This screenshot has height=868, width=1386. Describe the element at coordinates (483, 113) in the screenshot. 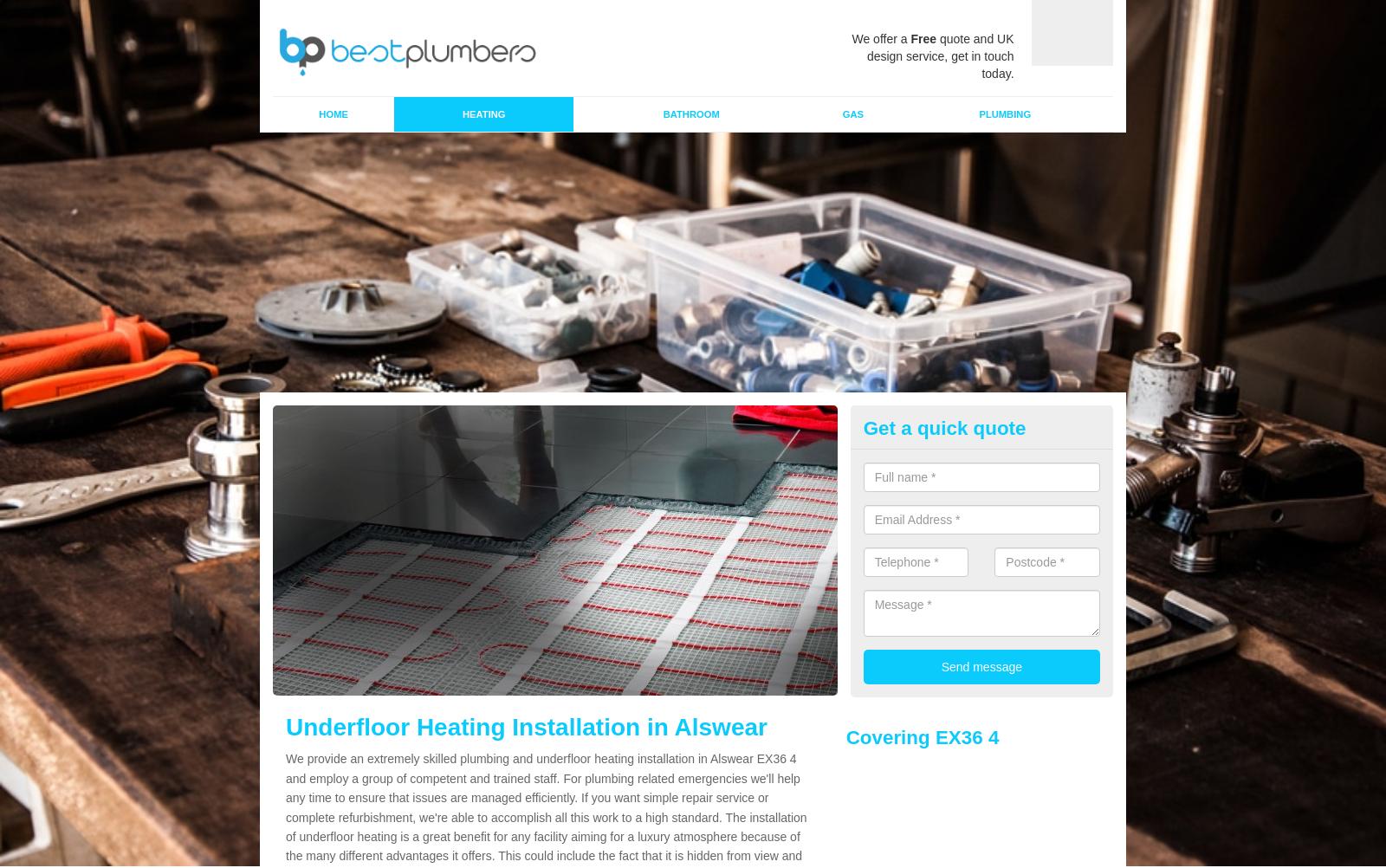

I see `'Heating'` at that location.